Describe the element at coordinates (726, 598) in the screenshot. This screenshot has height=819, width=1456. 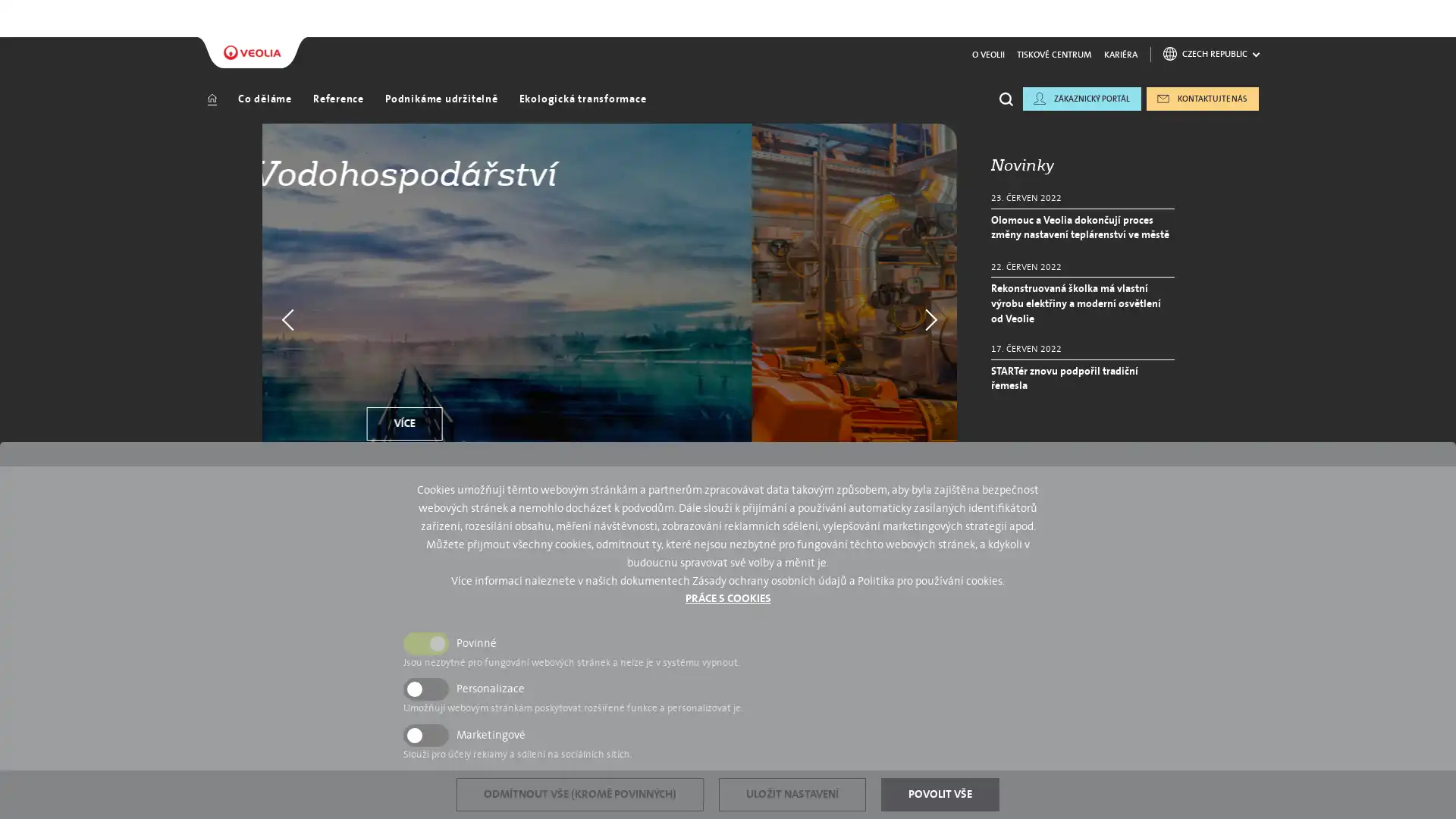
I see `PRACE S COOKIES` at that location.